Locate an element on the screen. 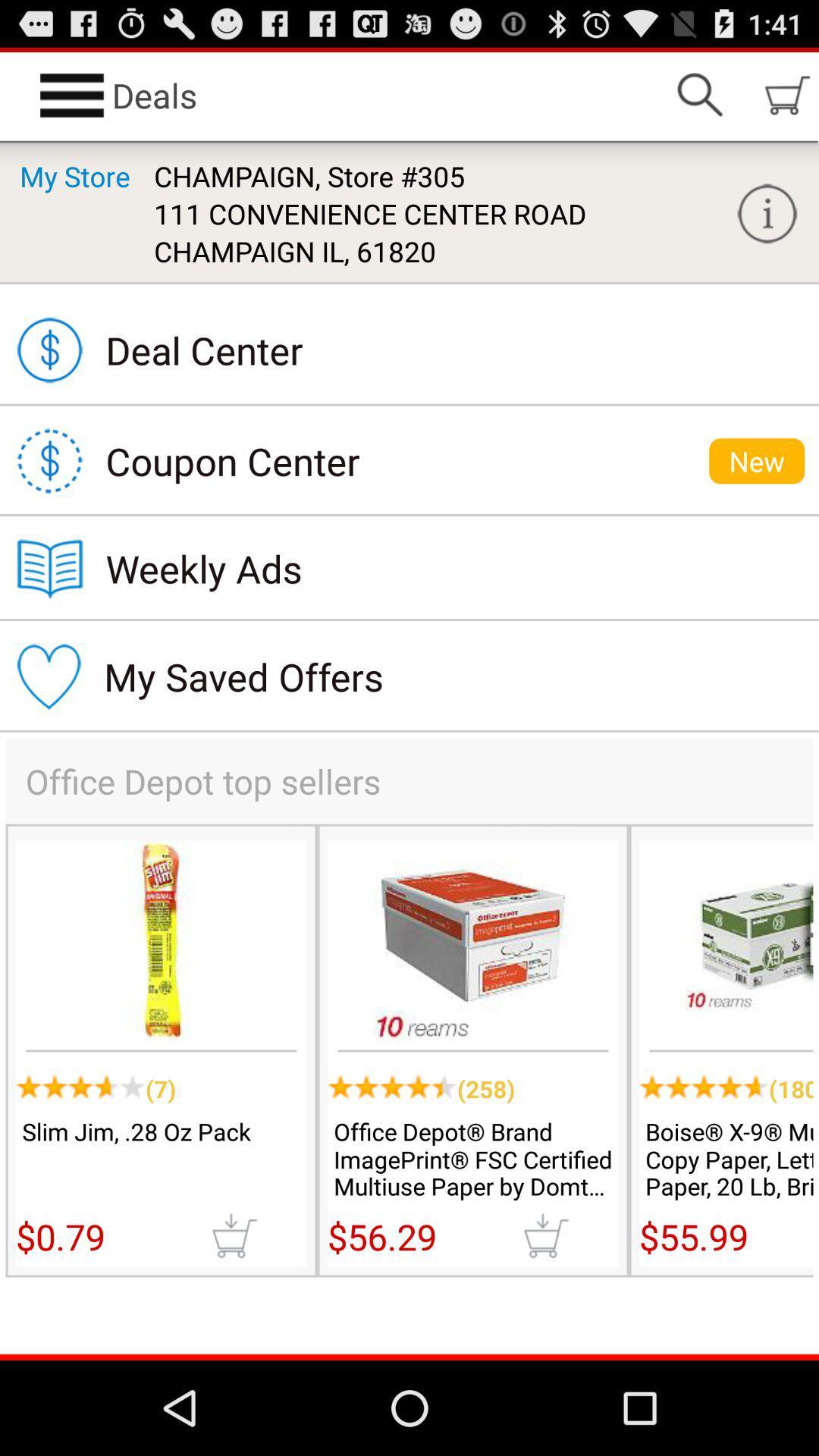  the cart icon is located at coordinates (234, 1321).